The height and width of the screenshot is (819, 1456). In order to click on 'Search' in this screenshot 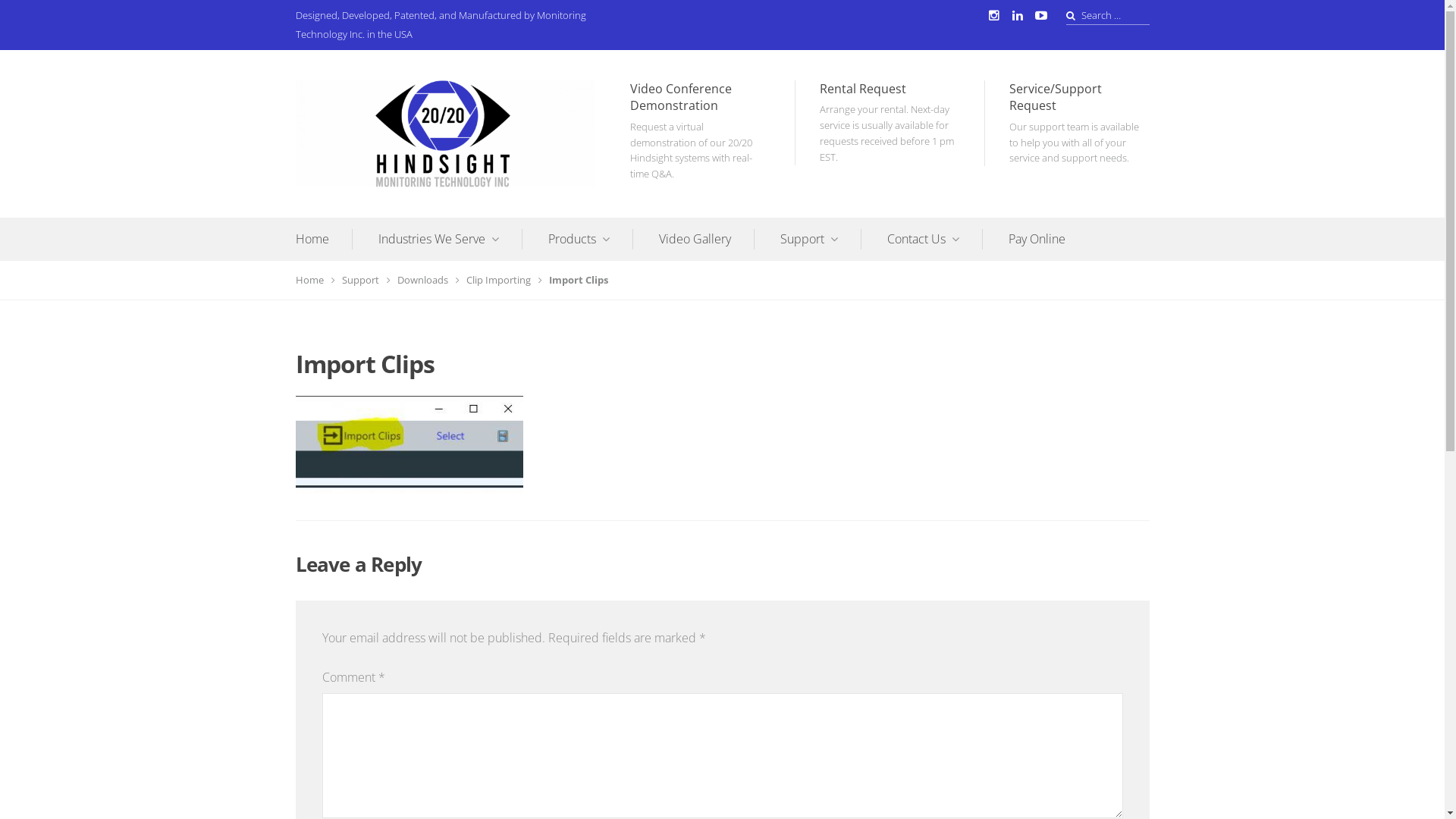, I will do `click(32, 17)`.